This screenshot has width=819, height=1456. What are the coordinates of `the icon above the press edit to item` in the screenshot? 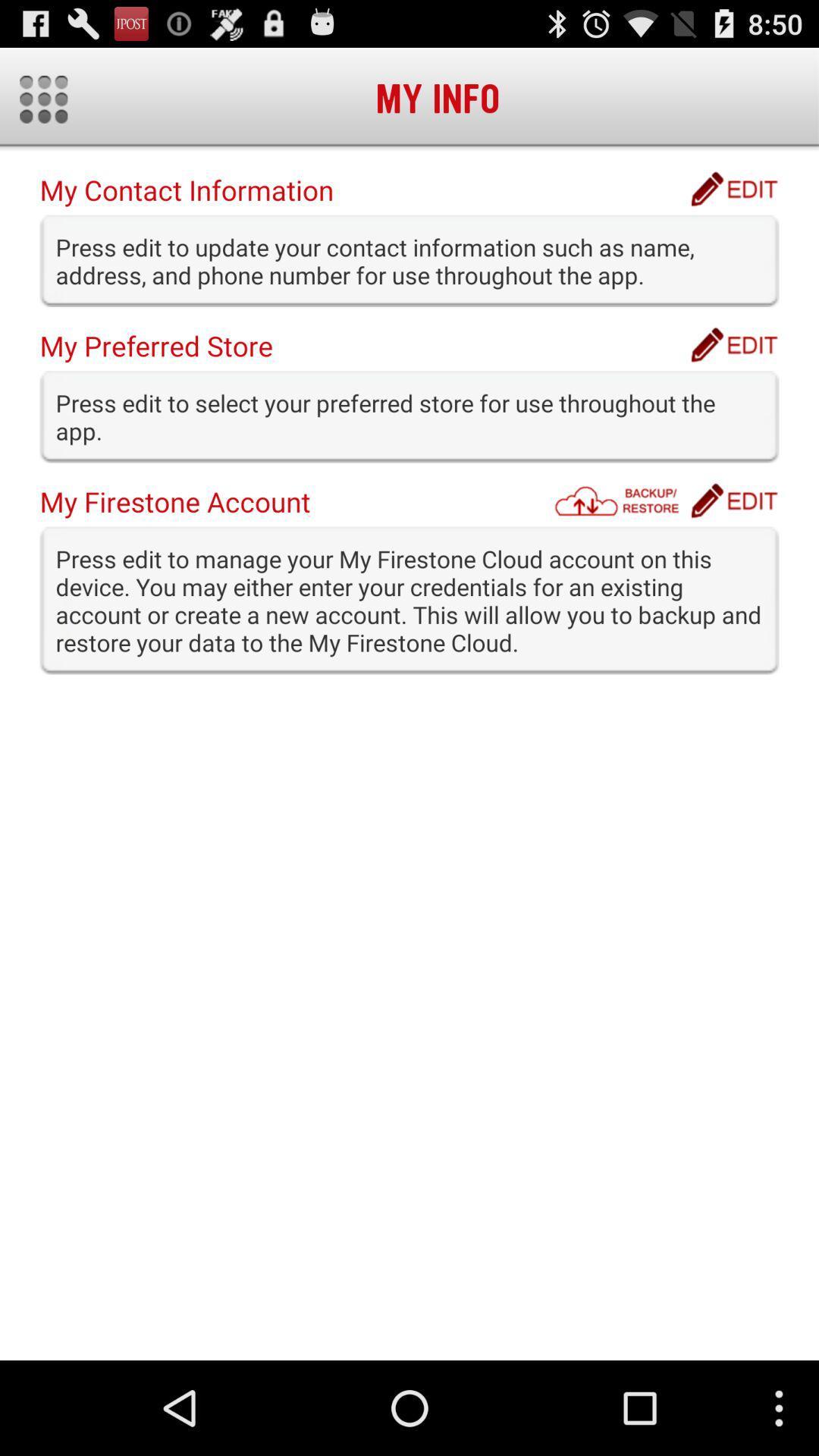 It's located at (621, 500).